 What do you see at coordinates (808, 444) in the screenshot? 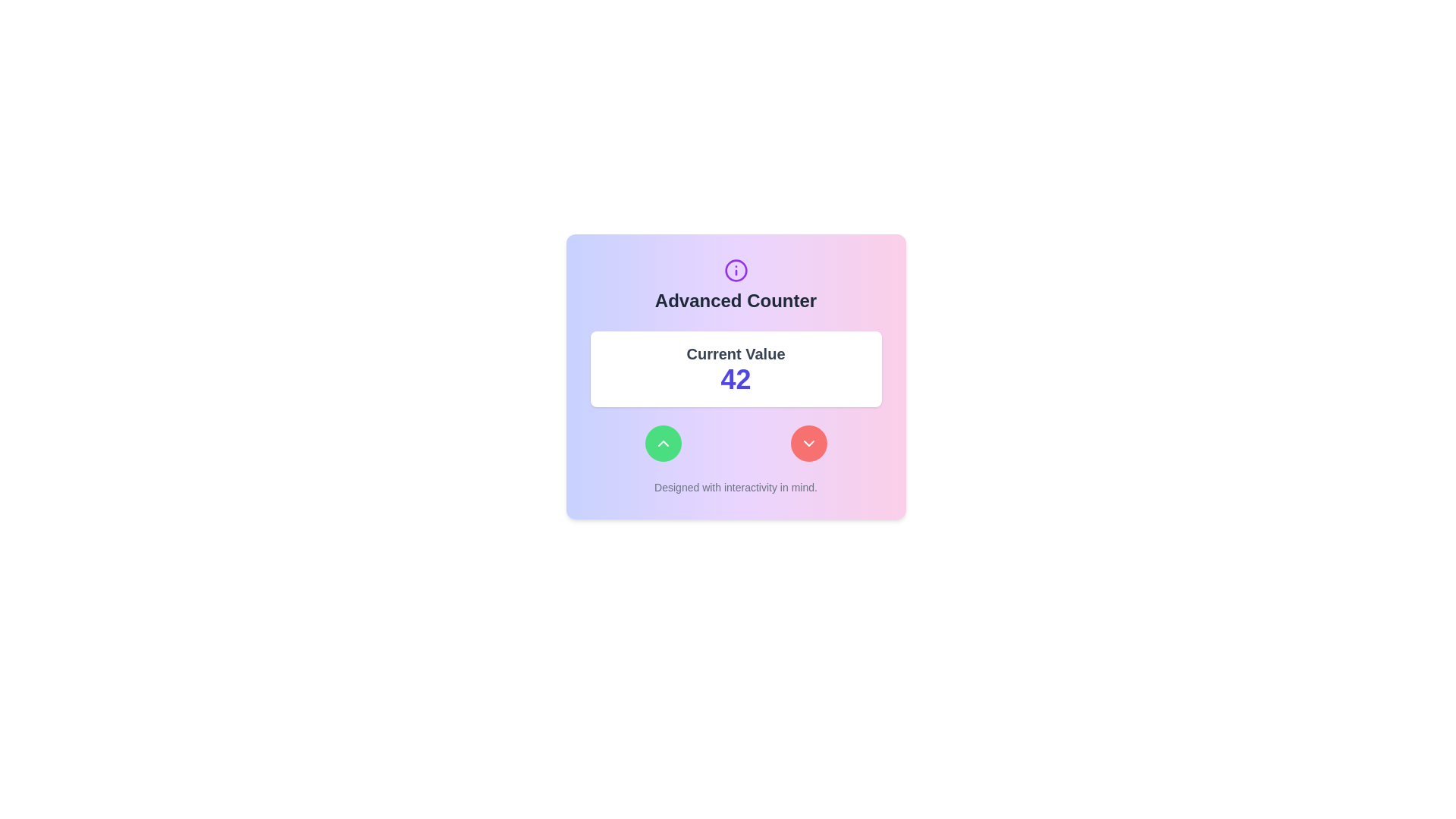
I see `the red circular button that signifies a decrease` at bounding box center [808, 444].